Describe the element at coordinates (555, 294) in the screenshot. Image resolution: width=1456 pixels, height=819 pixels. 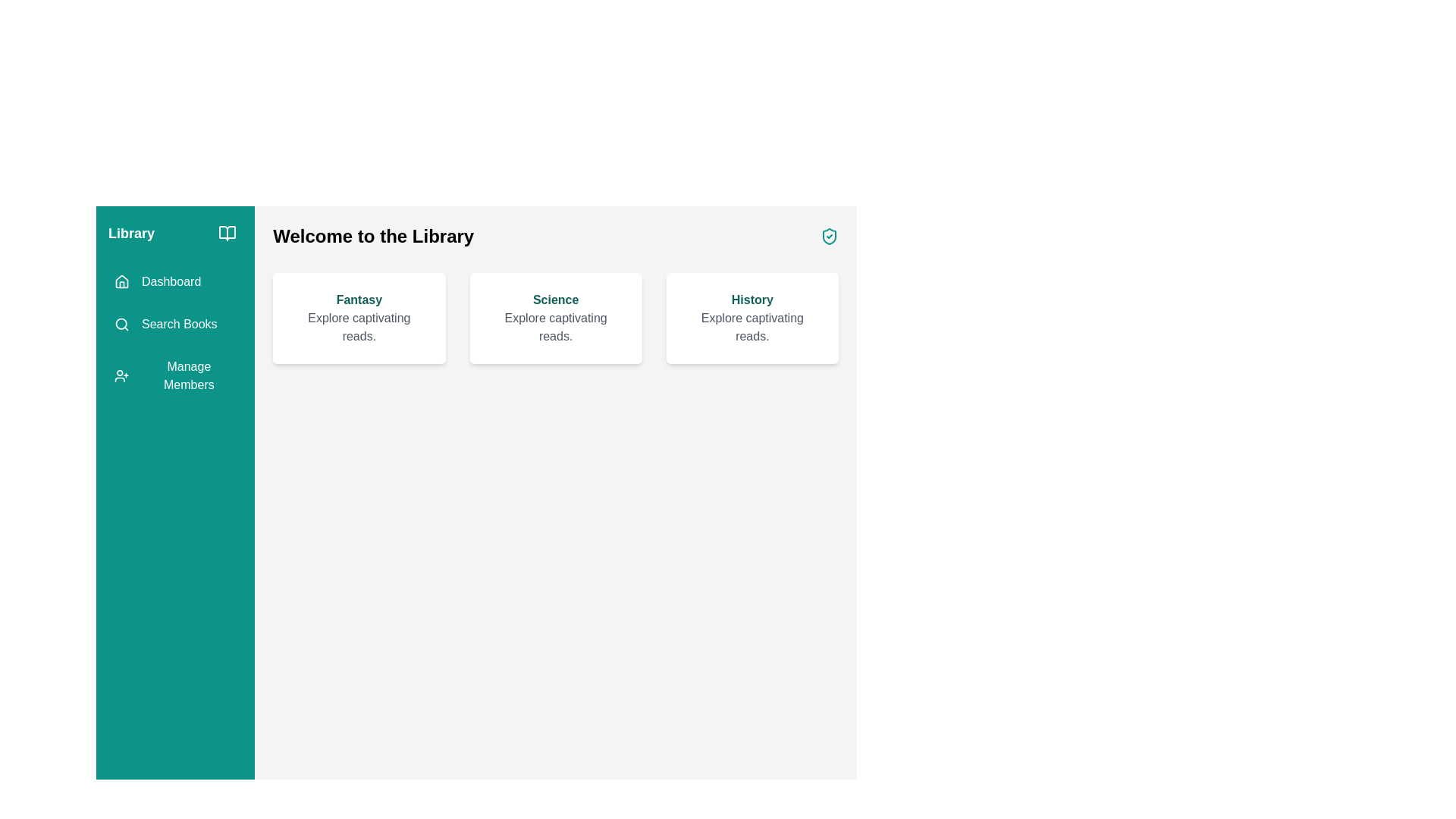
I see `the clickable card titled 'Science'` at that location.